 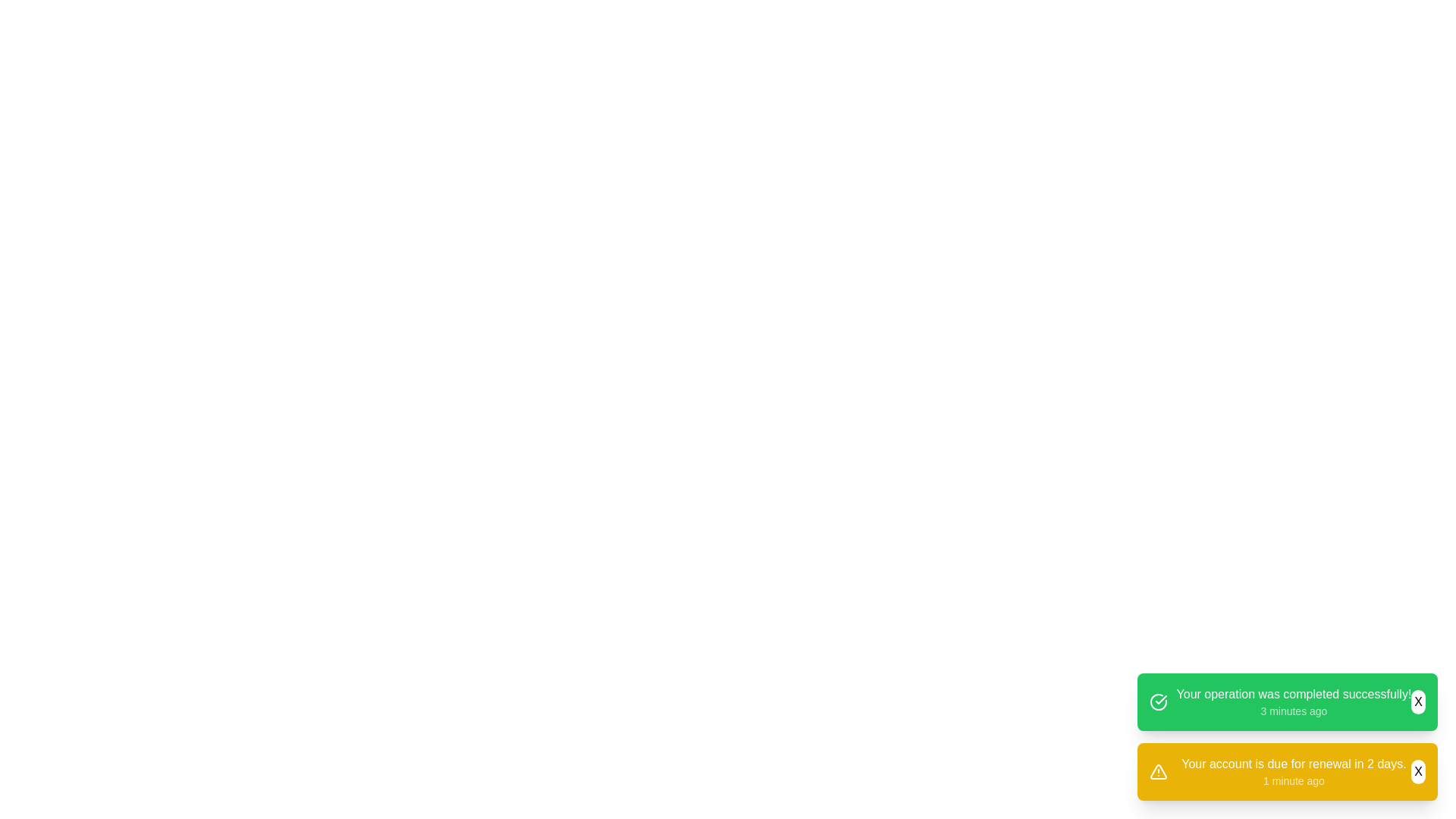 I want to click on close button of the notification with the message 'Your account is due for renewal in 2 days.', so click(x=1417, y=772).